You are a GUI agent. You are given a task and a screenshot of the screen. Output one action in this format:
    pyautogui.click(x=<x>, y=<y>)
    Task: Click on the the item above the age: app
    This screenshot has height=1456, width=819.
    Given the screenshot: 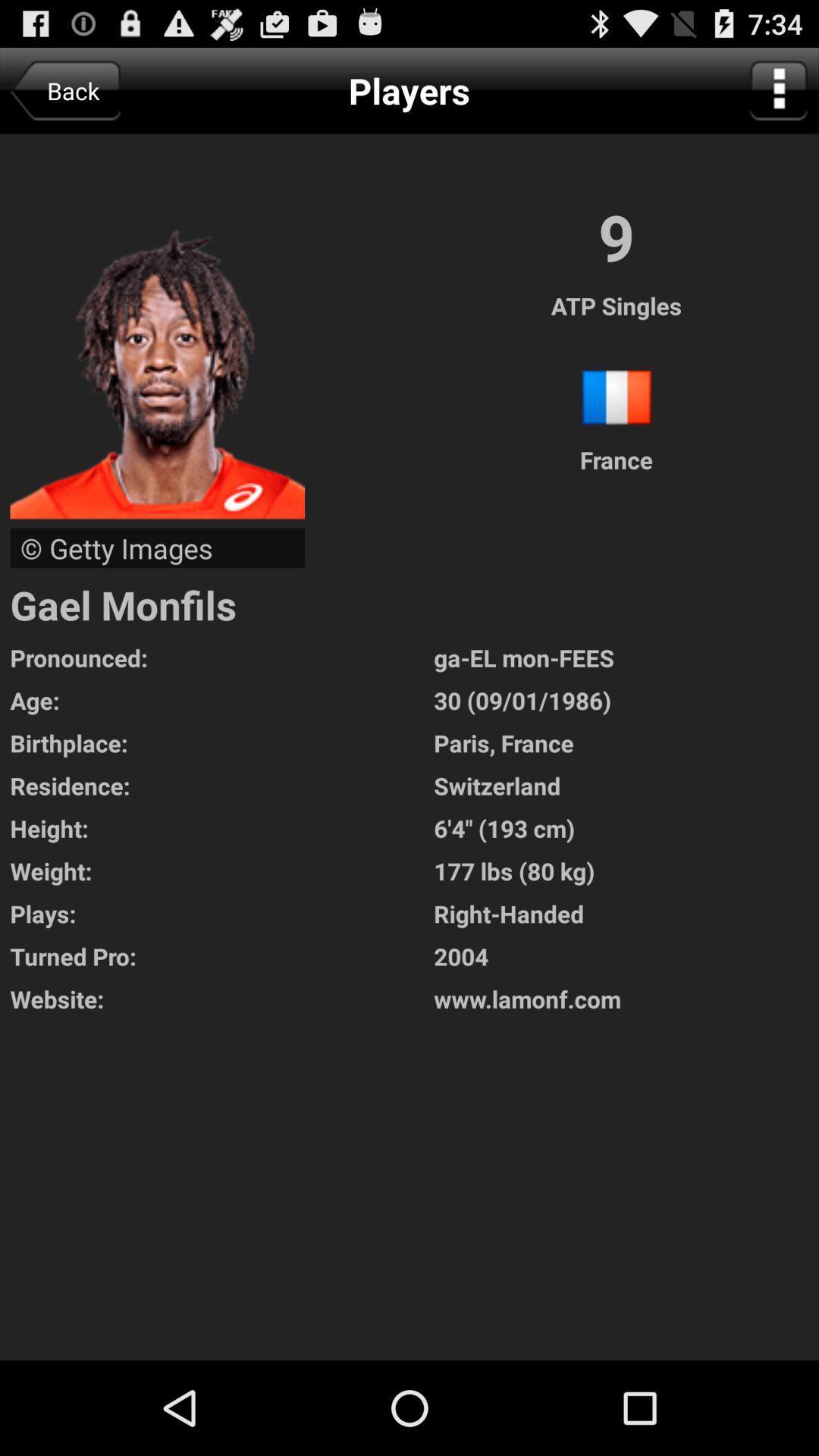 What is the action you would take?
    pyautogui.click(x=221, y=657)
    